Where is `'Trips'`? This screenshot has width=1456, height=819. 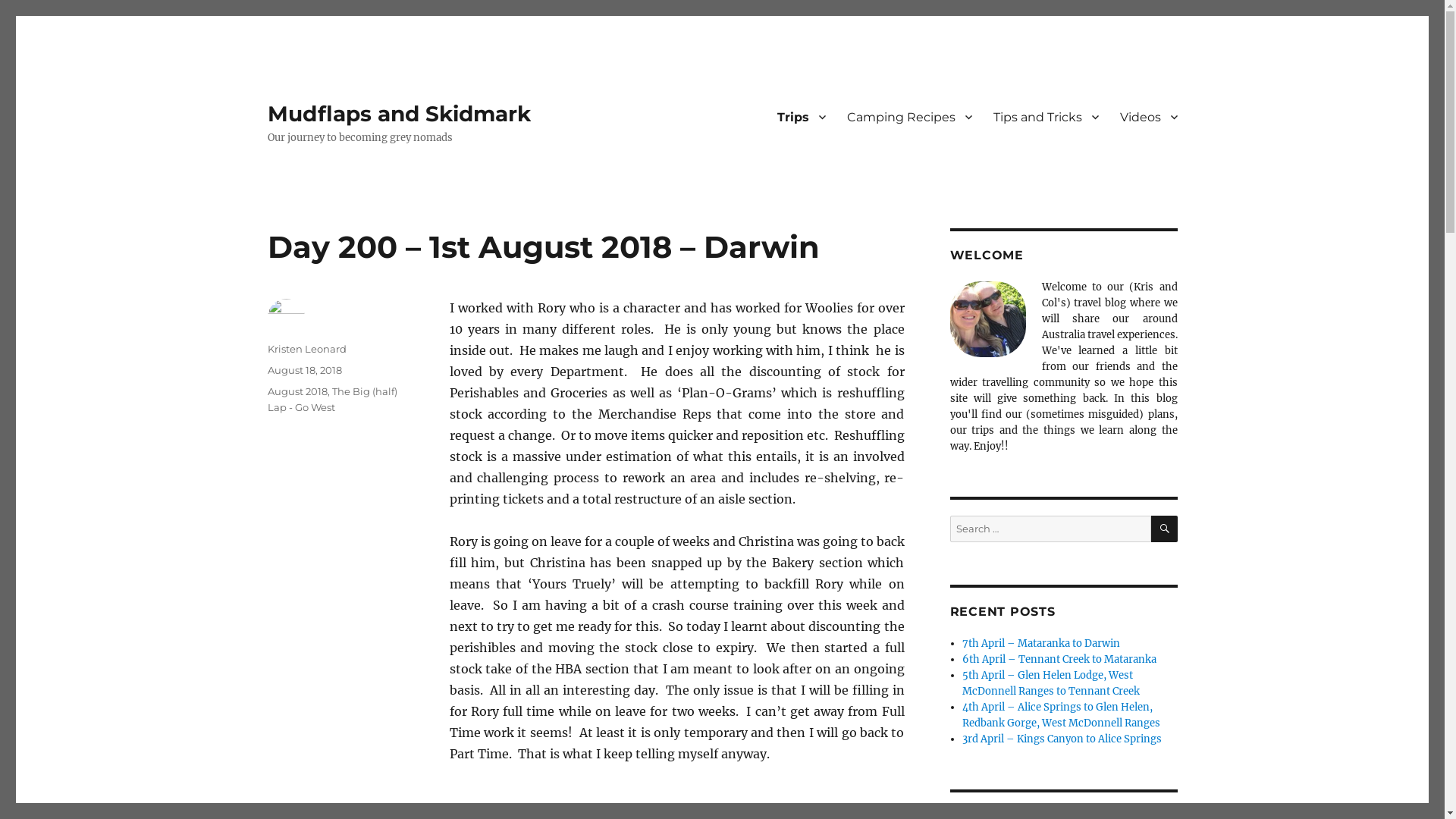
'Trips' is located at coordinates (800, 116).